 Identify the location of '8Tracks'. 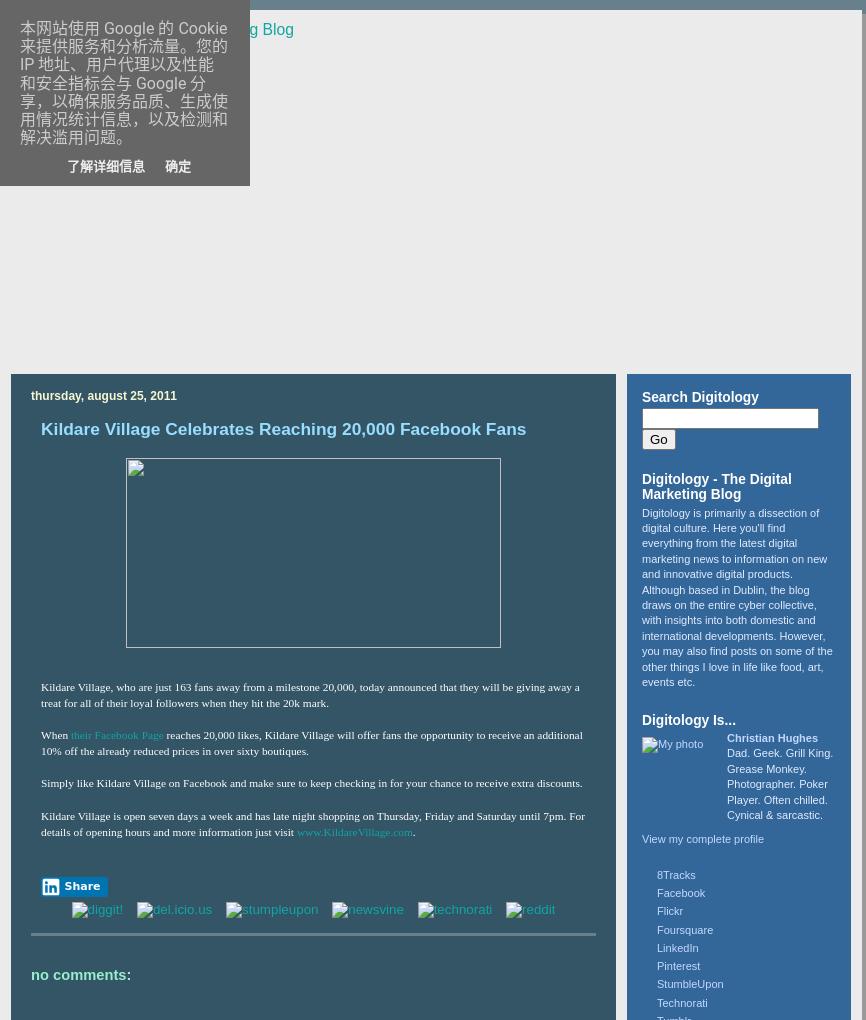
(656, 873).